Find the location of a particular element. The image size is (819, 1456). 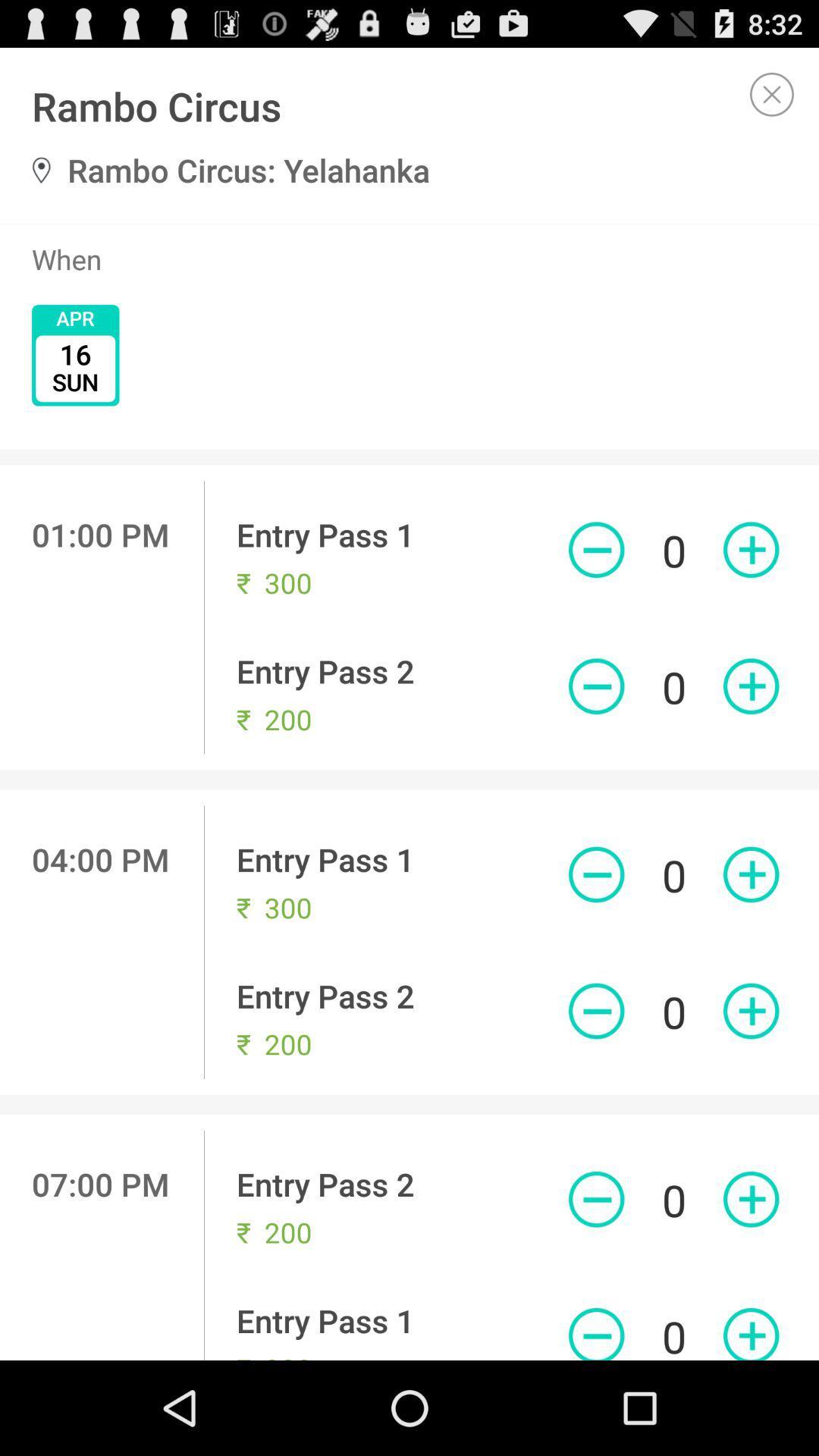

the close icon is located at coordinates (772, 100).